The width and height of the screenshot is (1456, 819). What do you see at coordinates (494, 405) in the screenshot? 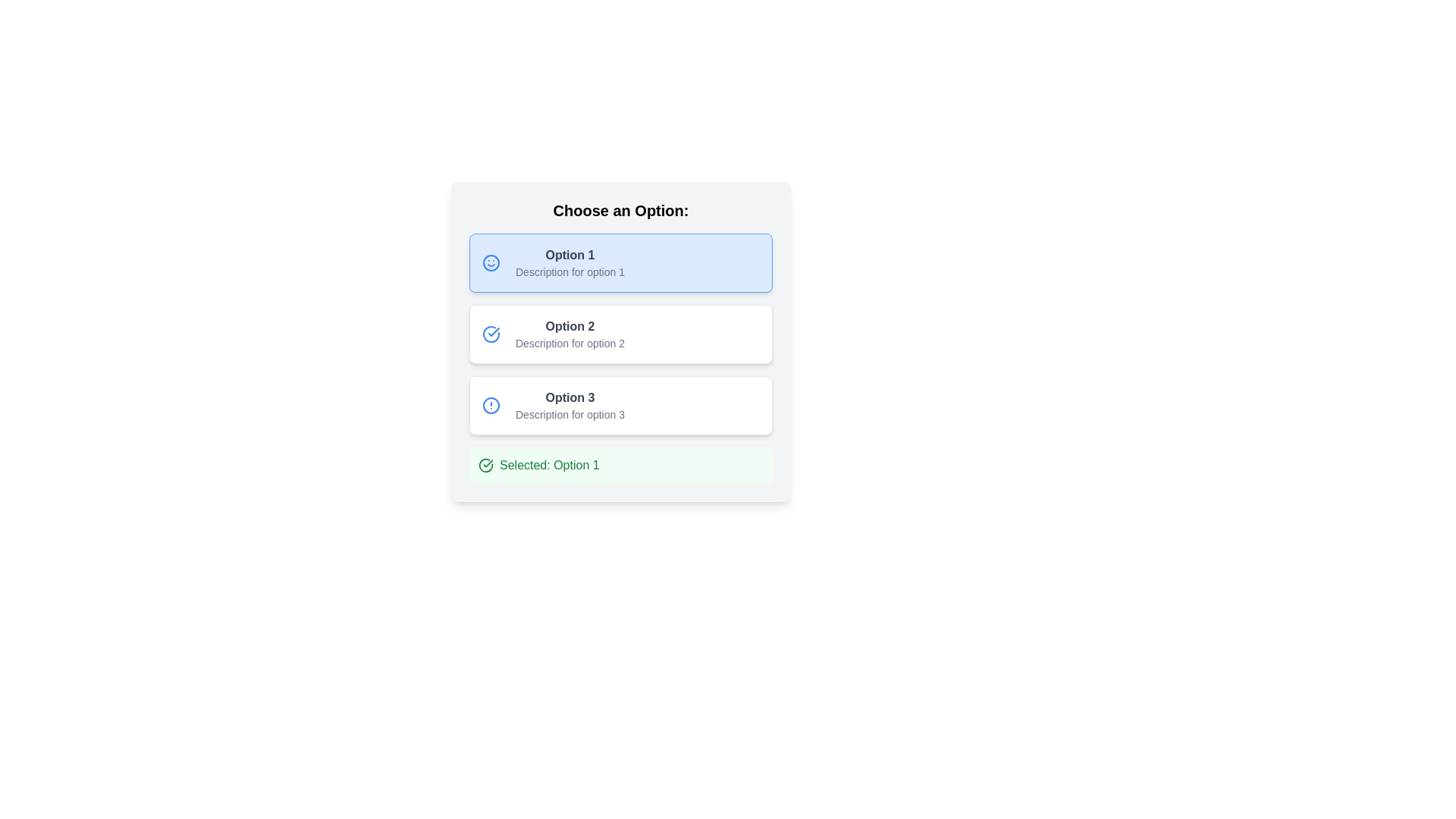
I see `the Informational icon located at the top left corner of the 'Option 3' section` at bounding box center [494, 405].